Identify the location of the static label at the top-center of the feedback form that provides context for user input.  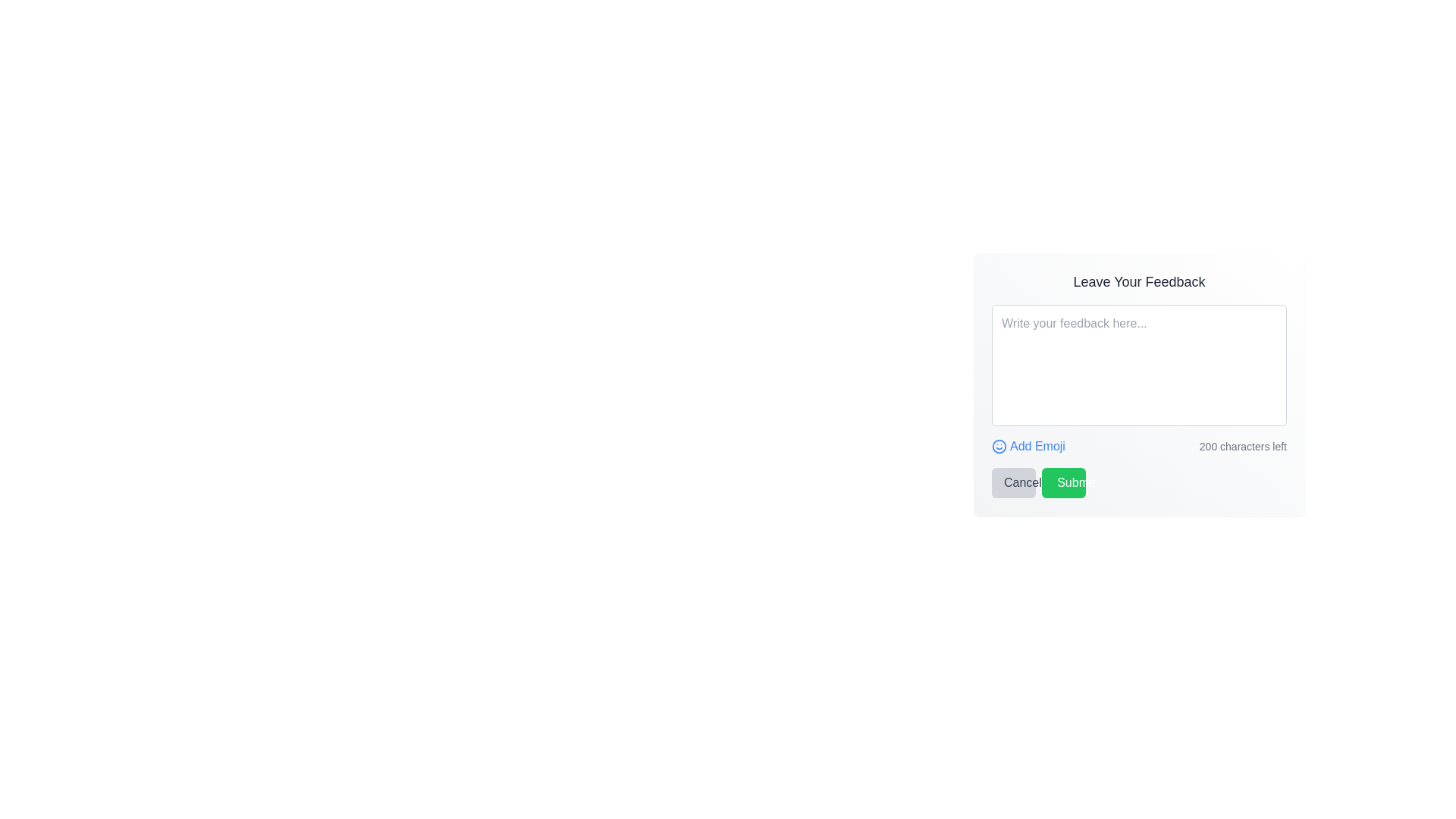
(1139, 281).